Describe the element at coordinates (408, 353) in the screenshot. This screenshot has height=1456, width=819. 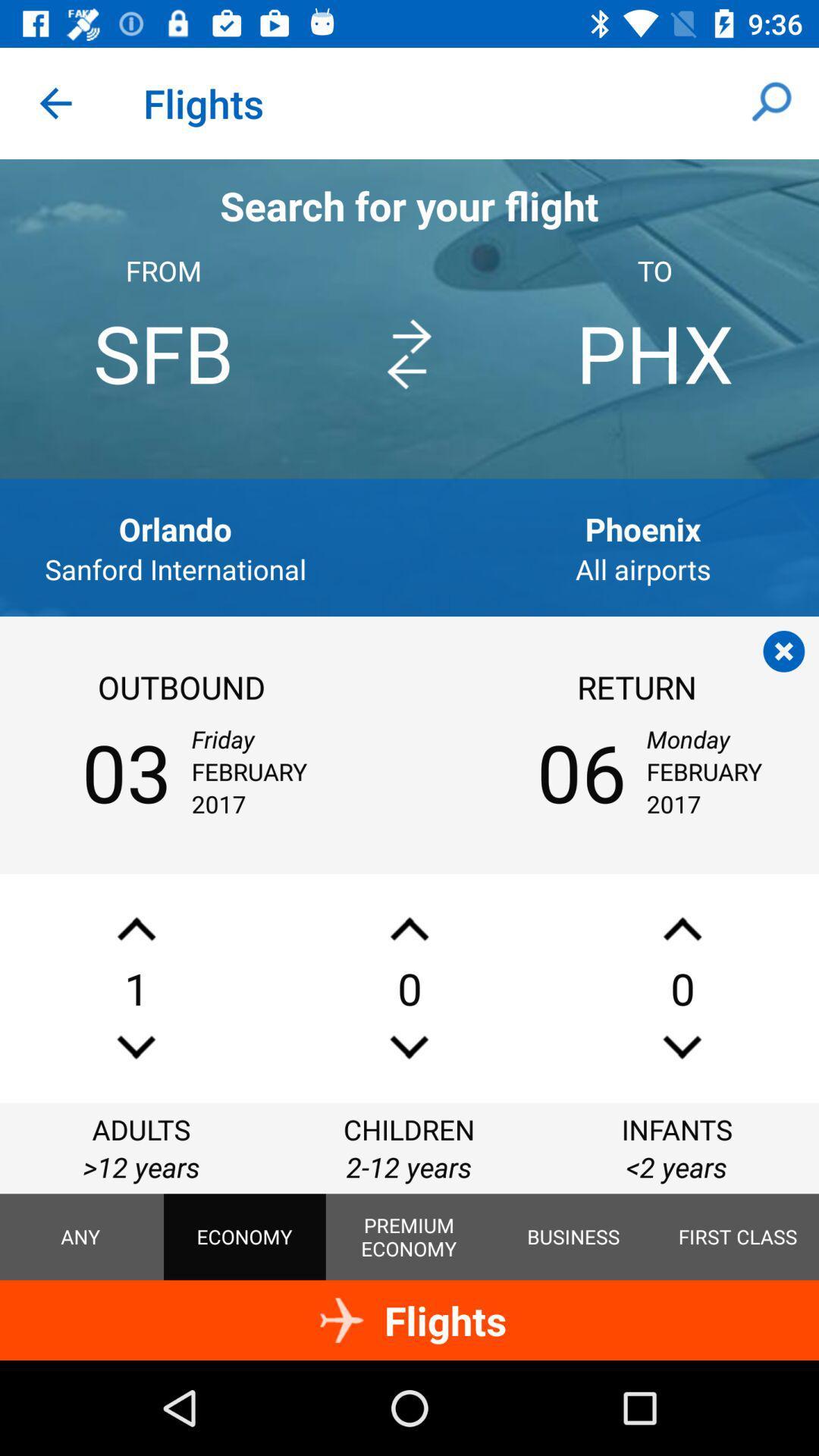
I see `item next to phx` at that location.